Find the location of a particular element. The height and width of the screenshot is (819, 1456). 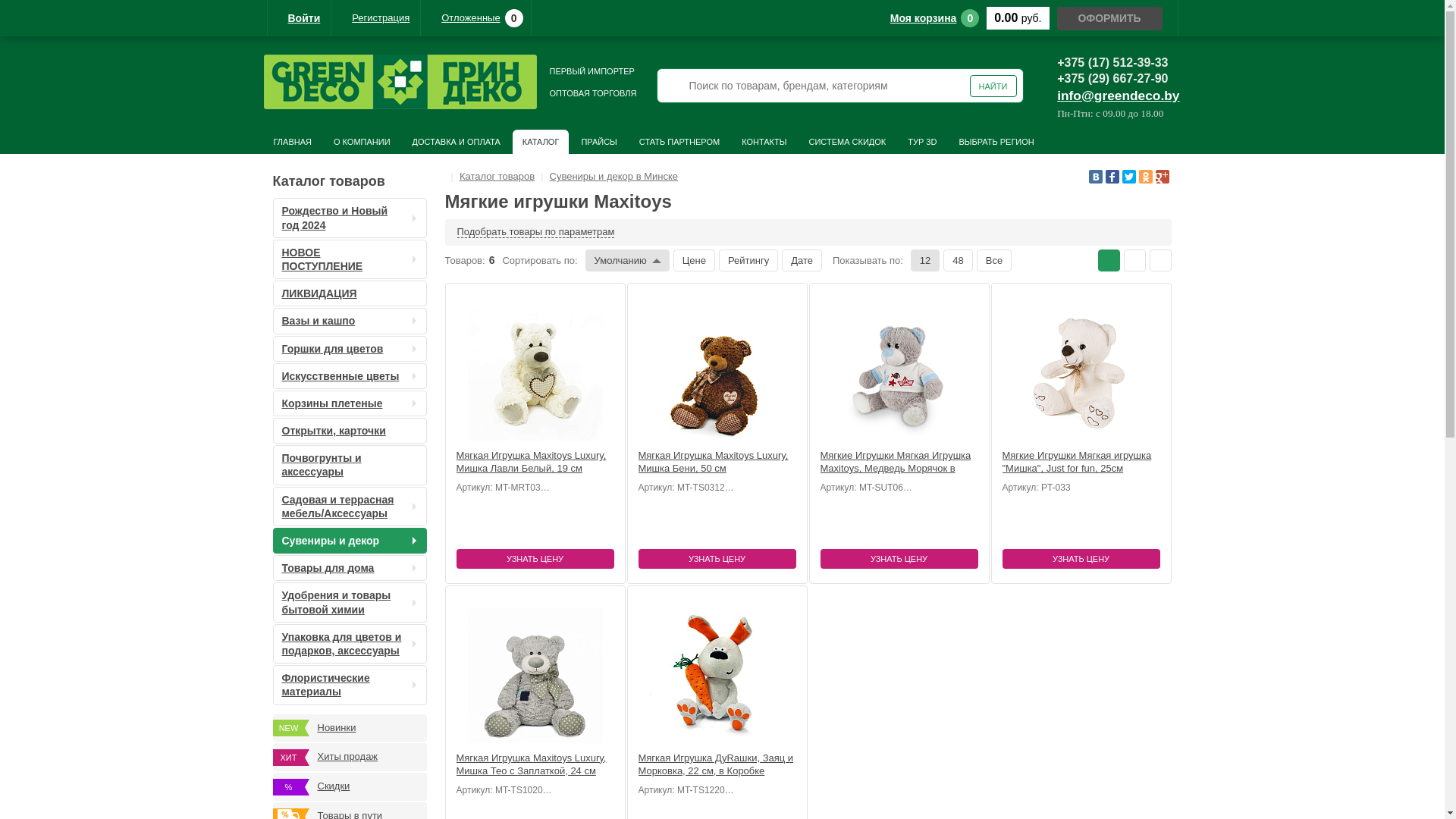

'Twitter' is located at coordinates (1128, 175).